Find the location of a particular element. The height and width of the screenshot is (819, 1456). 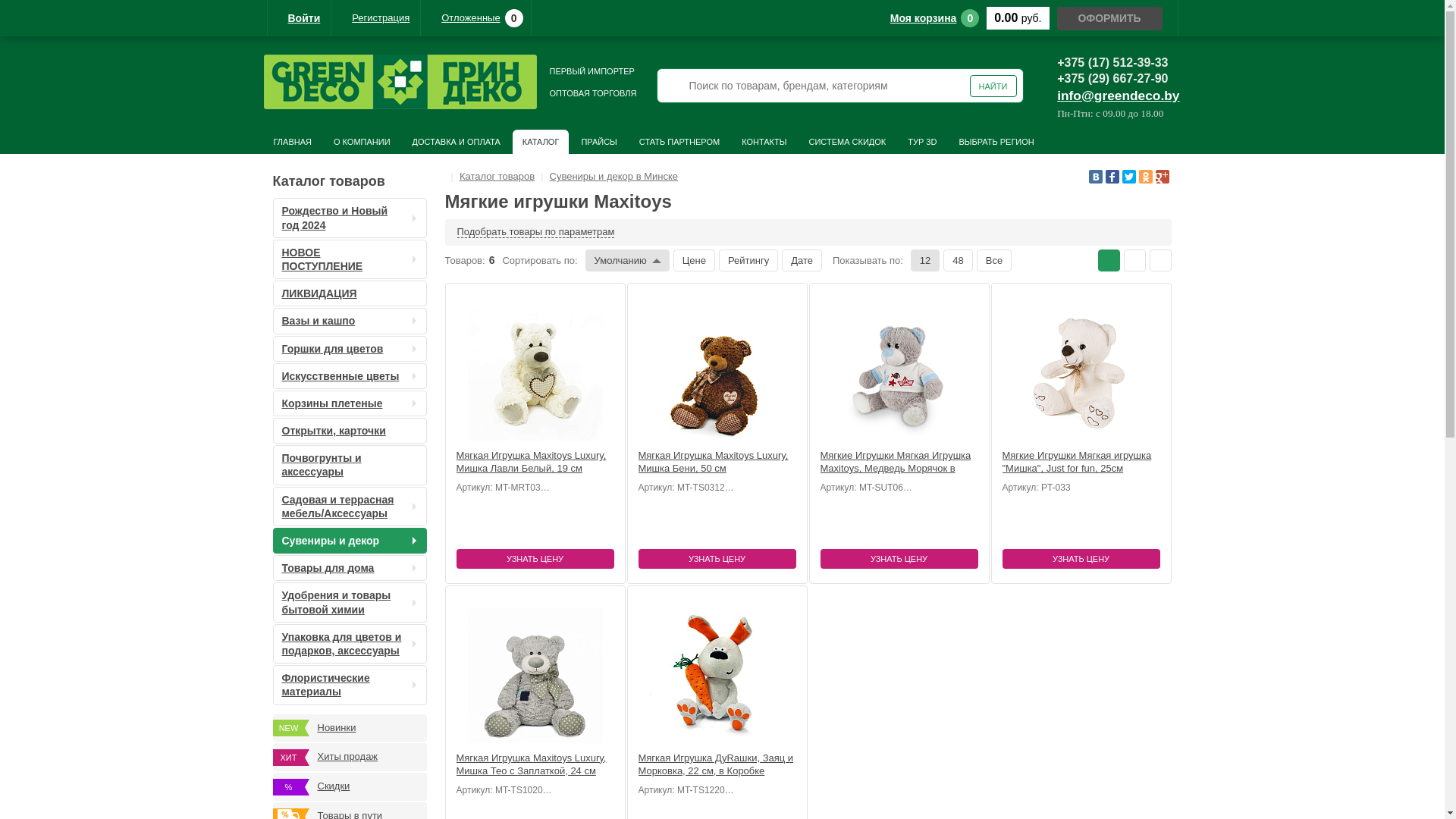

'Twitter' is located at coordinates (1128, 175).